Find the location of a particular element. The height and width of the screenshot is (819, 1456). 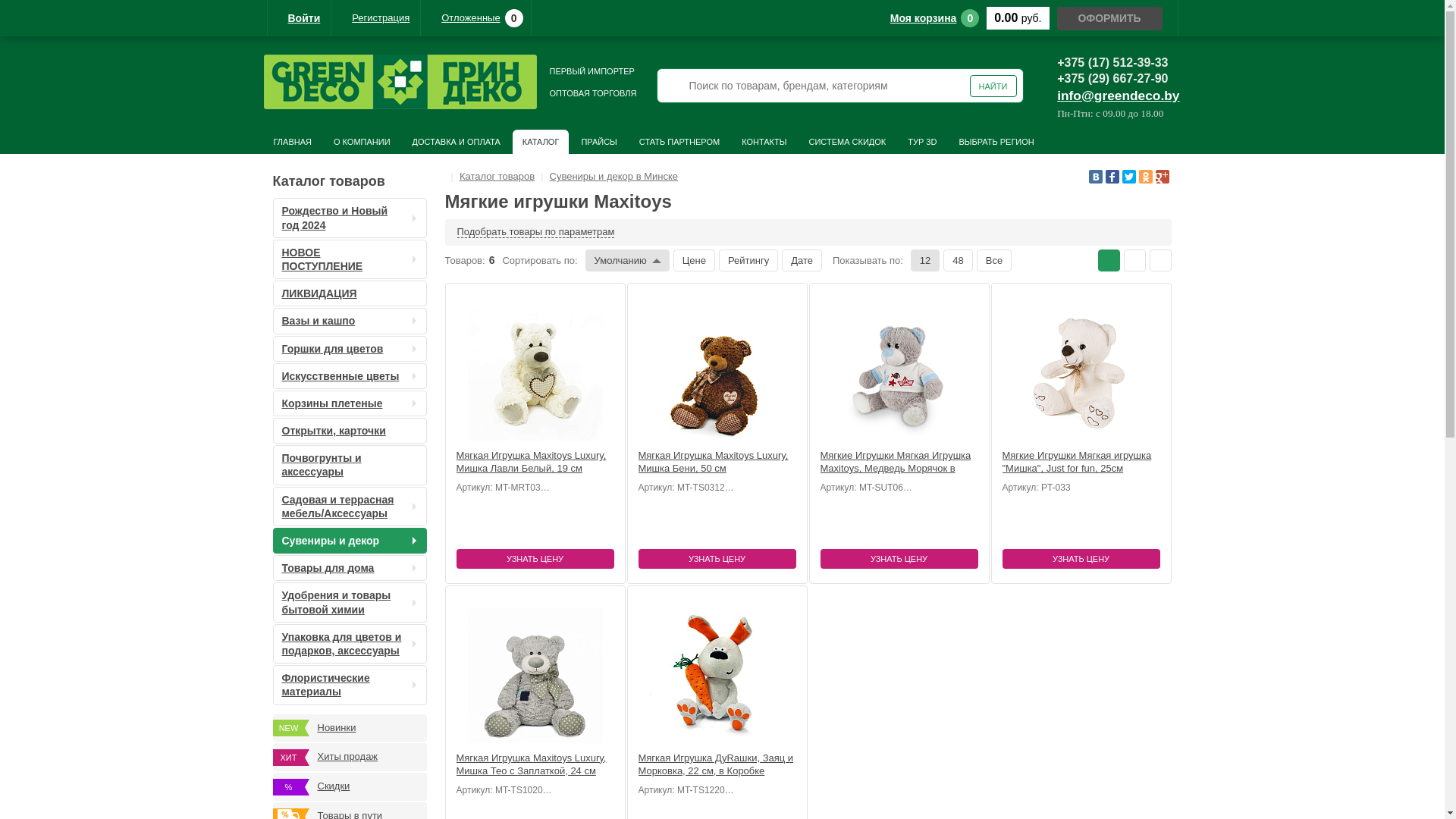

'Twitter' is located at coordinates (1128, 175).